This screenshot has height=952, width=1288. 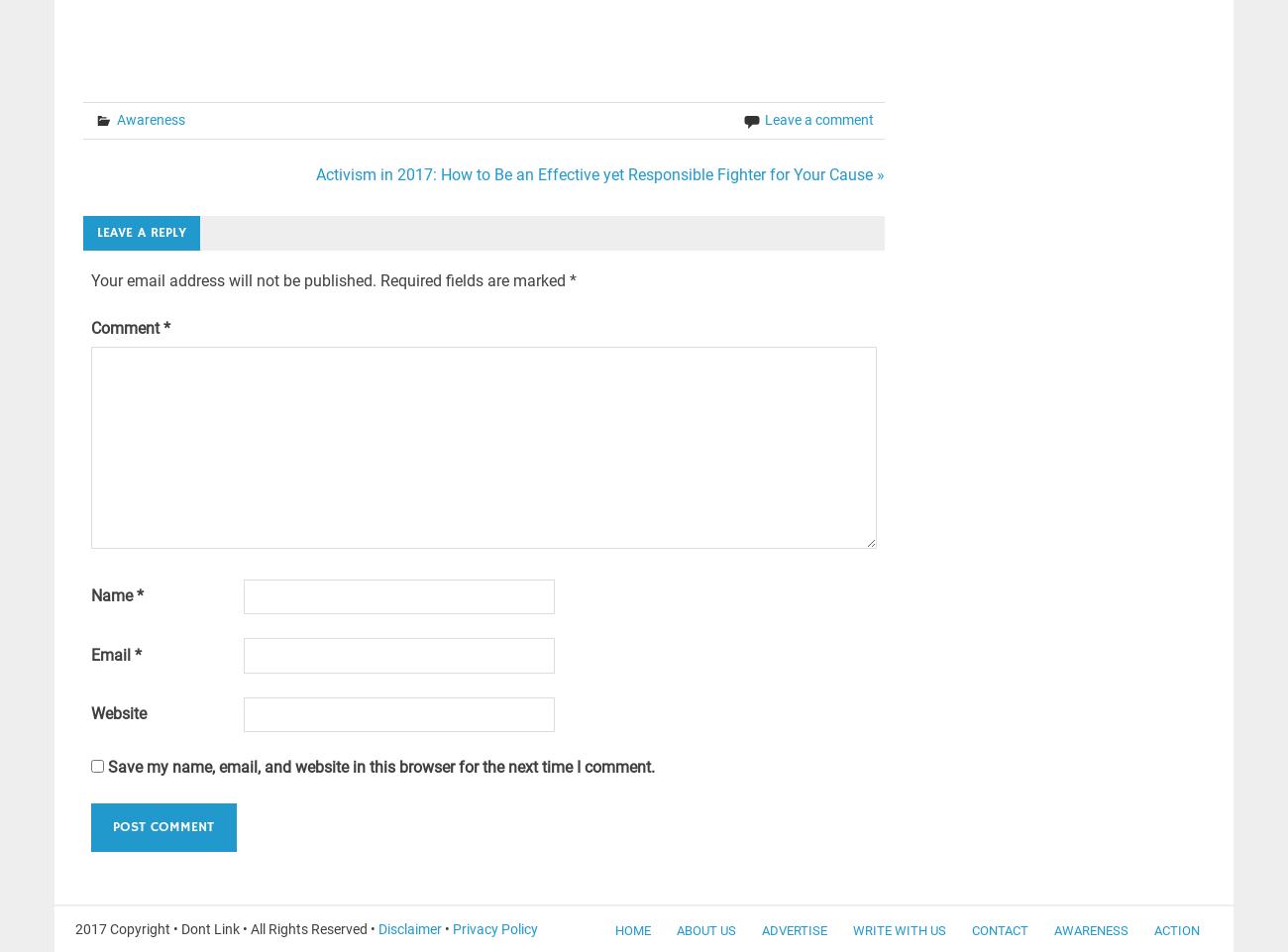 I want to click on 'Your email address will not be published.', so click(x=232, y=279).